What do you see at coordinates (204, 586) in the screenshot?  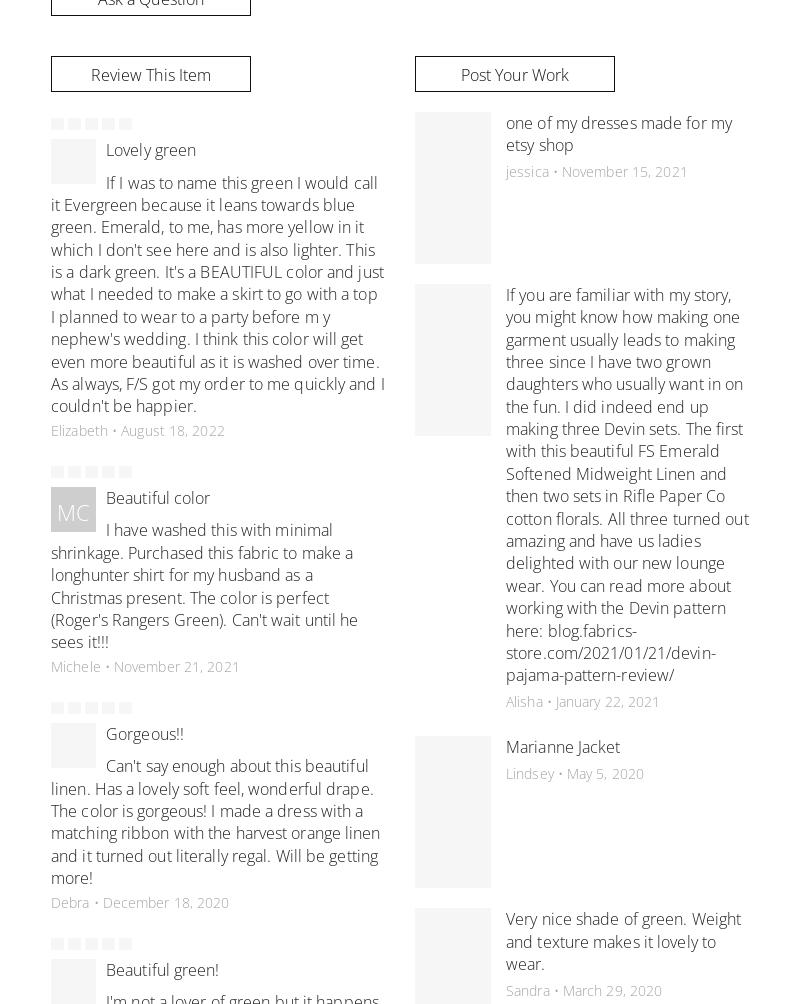 I see `'I have washed this with minimal shrinkage.  Purchased this fabric to make a longhunter shirt for my husband as a Christmas present.  The color is perfect (Roger's Rangers Green).  Can't wait until he sees it!!!'` at bounding box center [204, 586].